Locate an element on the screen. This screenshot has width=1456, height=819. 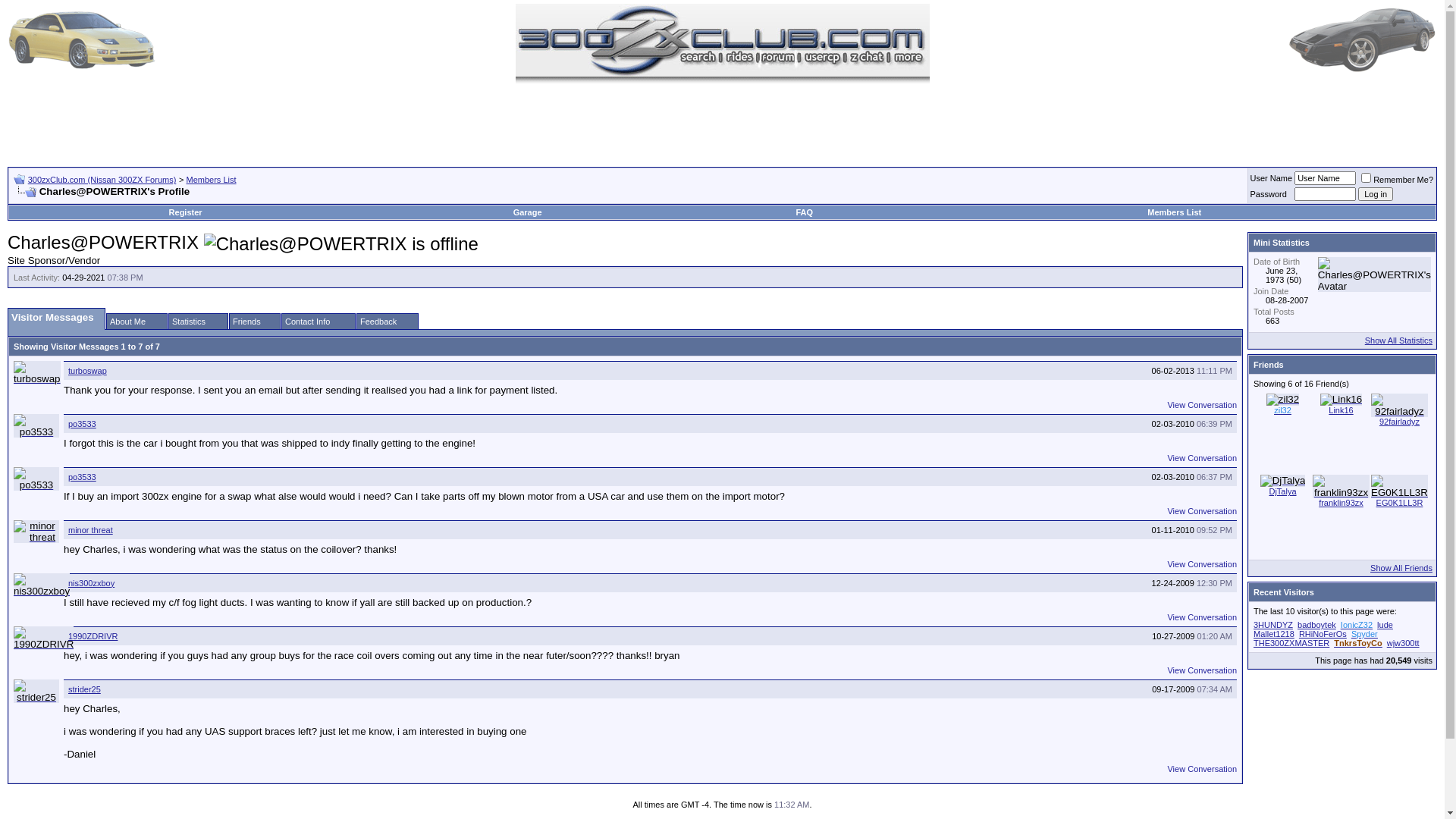
'nis300zxboy' is located at coordinates (41, 584).